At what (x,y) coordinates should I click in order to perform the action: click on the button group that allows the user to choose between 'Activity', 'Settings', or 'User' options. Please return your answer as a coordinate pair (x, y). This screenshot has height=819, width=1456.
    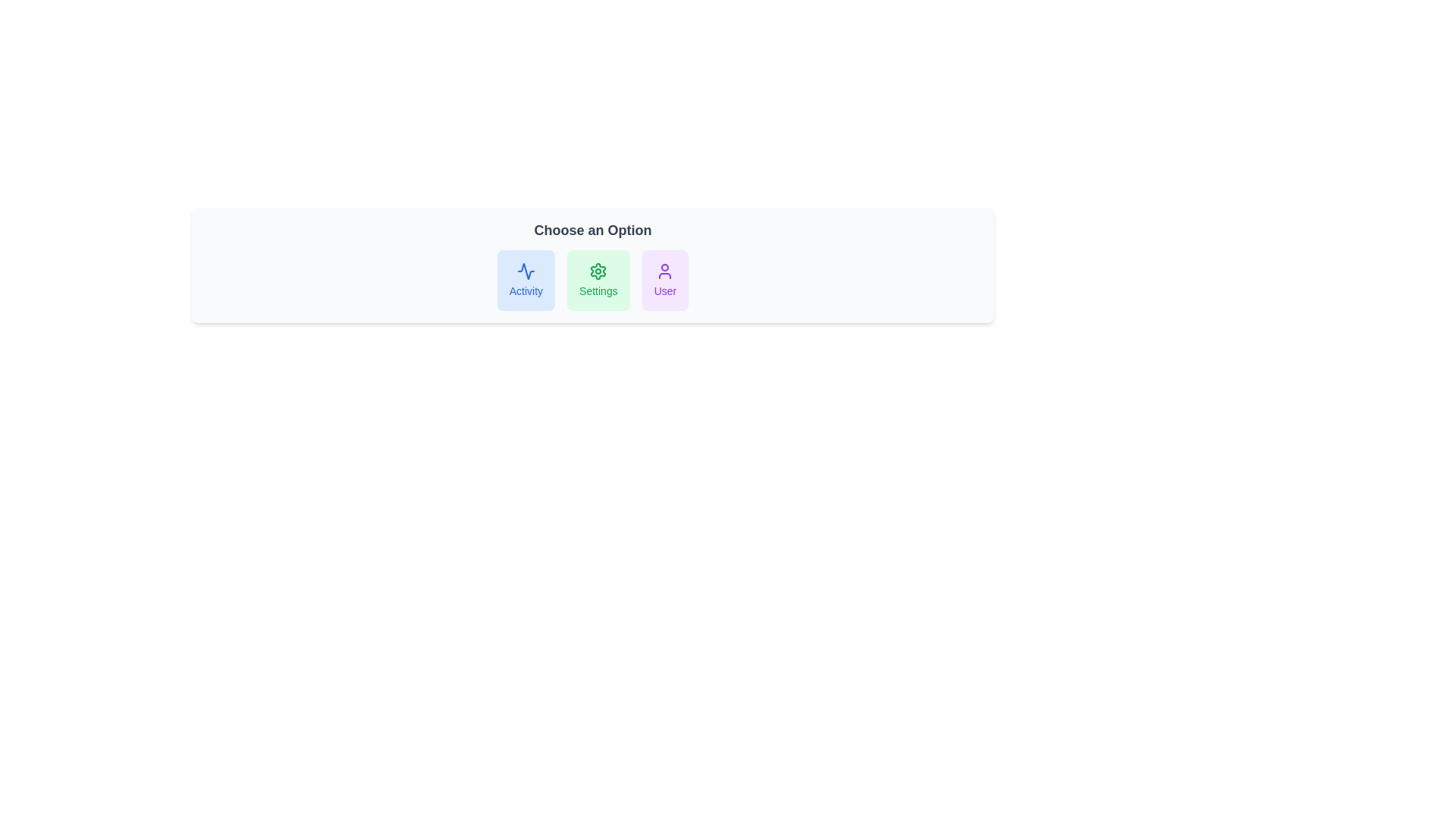
    Looking at the image, I should click on (592, 281).